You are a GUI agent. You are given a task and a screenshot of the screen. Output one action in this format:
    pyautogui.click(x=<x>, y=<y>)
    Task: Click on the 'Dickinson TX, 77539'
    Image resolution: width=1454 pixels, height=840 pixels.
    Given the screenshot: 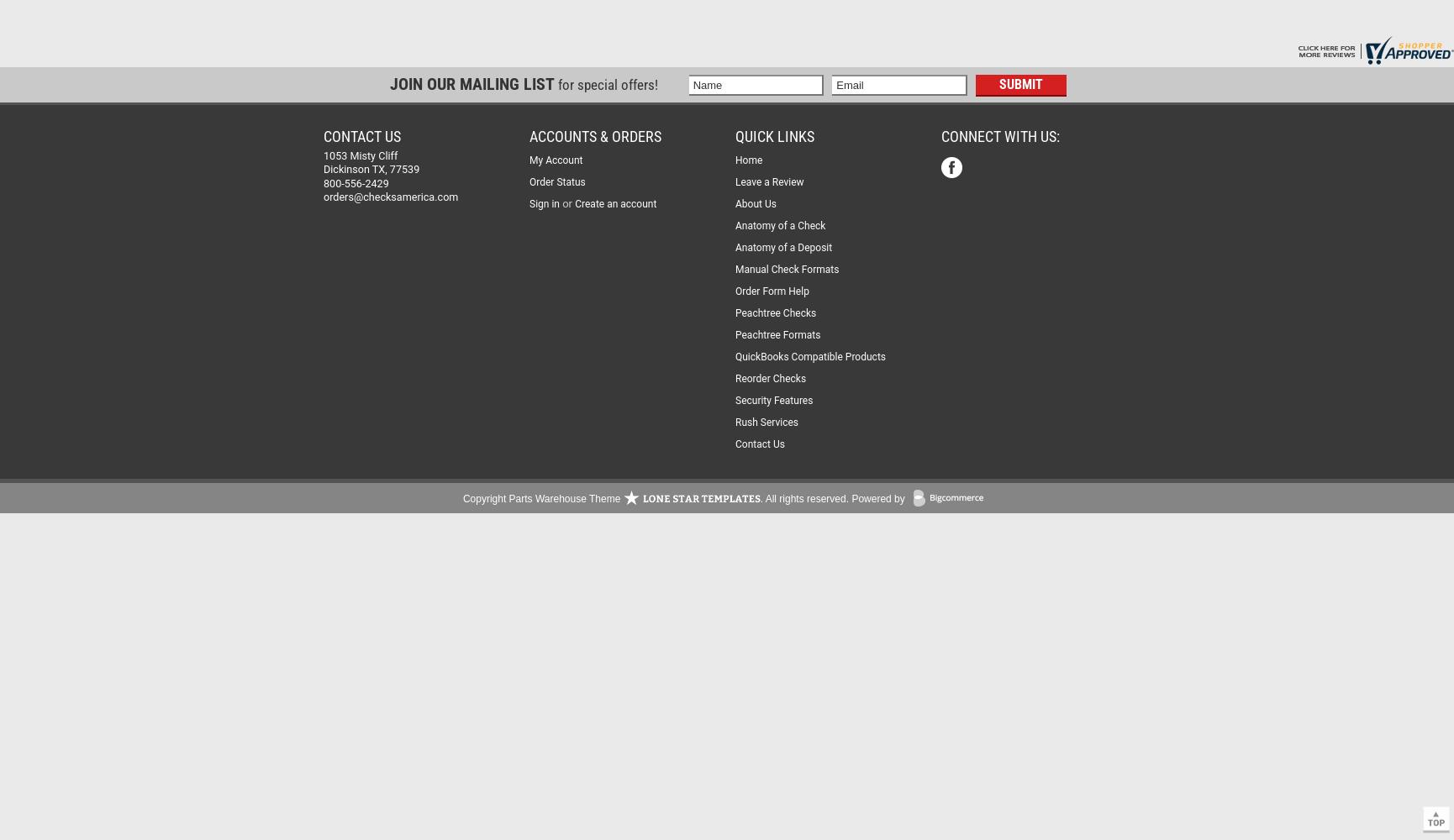 What is the action you would take?
    pyautogui.click(x=323, y=168)
    